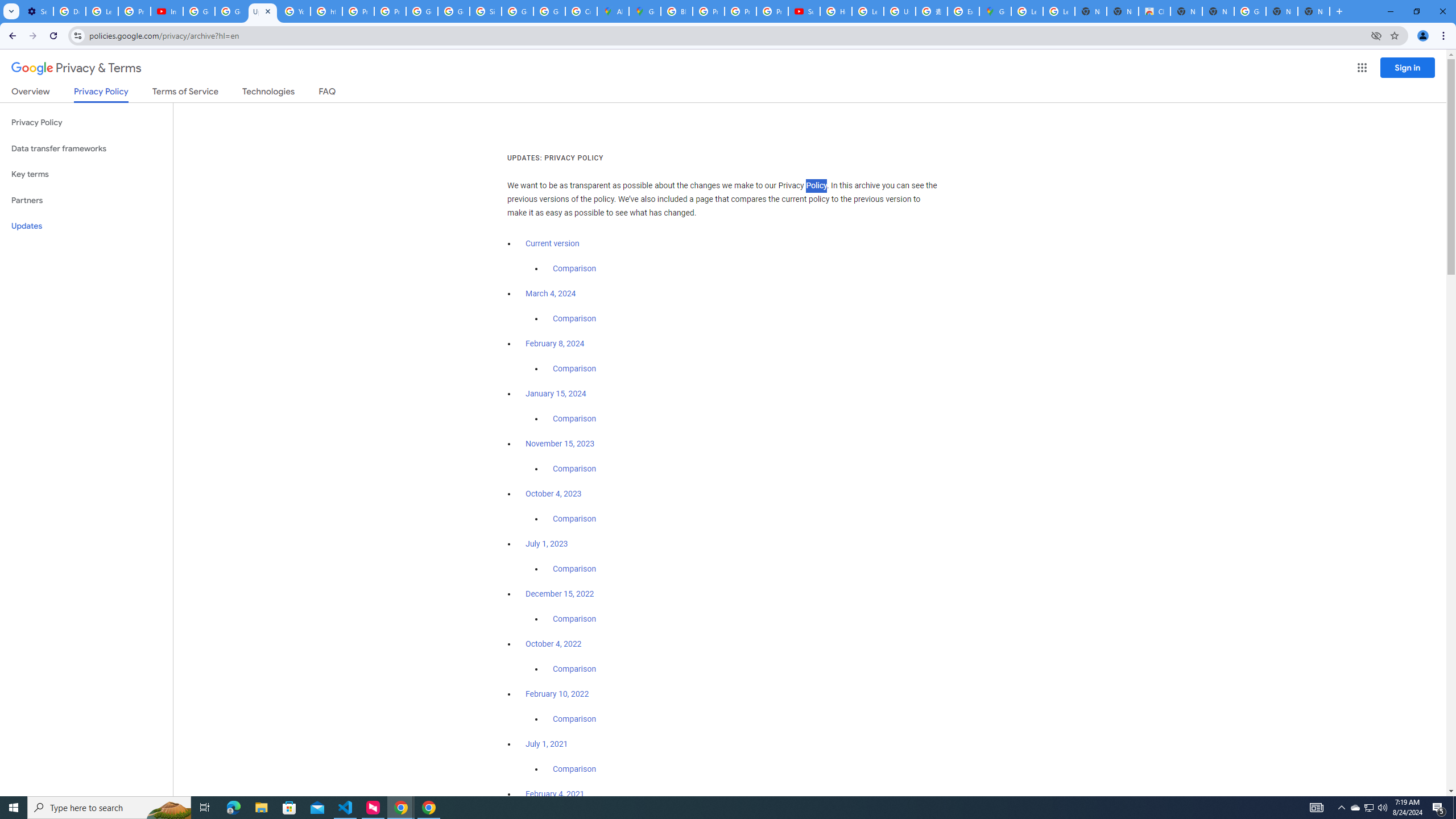  I want to click on 'https://scholar.google.com/', so click(326, 11).